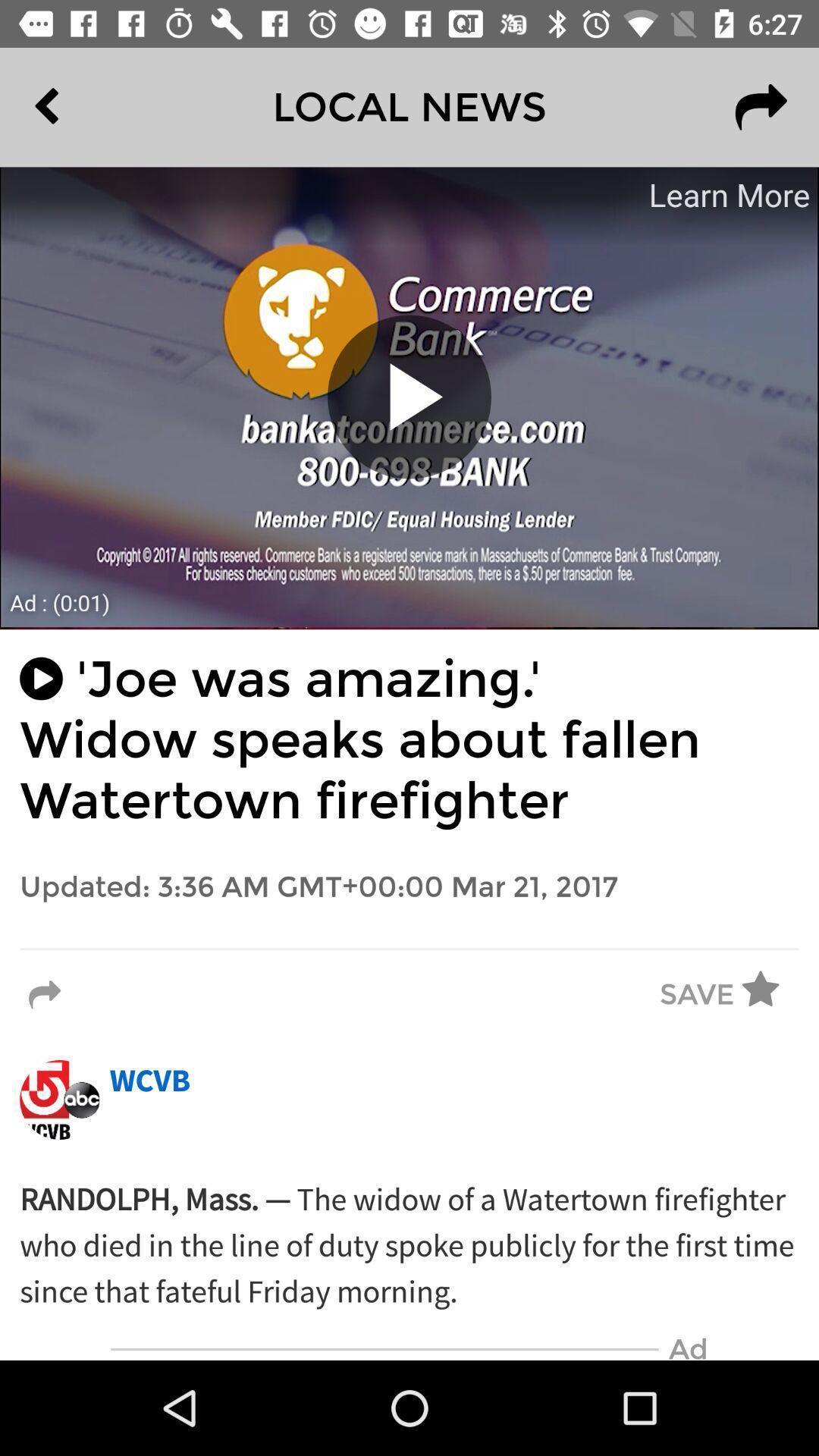  I want to click on to play the ad/file, so click(409, 397).